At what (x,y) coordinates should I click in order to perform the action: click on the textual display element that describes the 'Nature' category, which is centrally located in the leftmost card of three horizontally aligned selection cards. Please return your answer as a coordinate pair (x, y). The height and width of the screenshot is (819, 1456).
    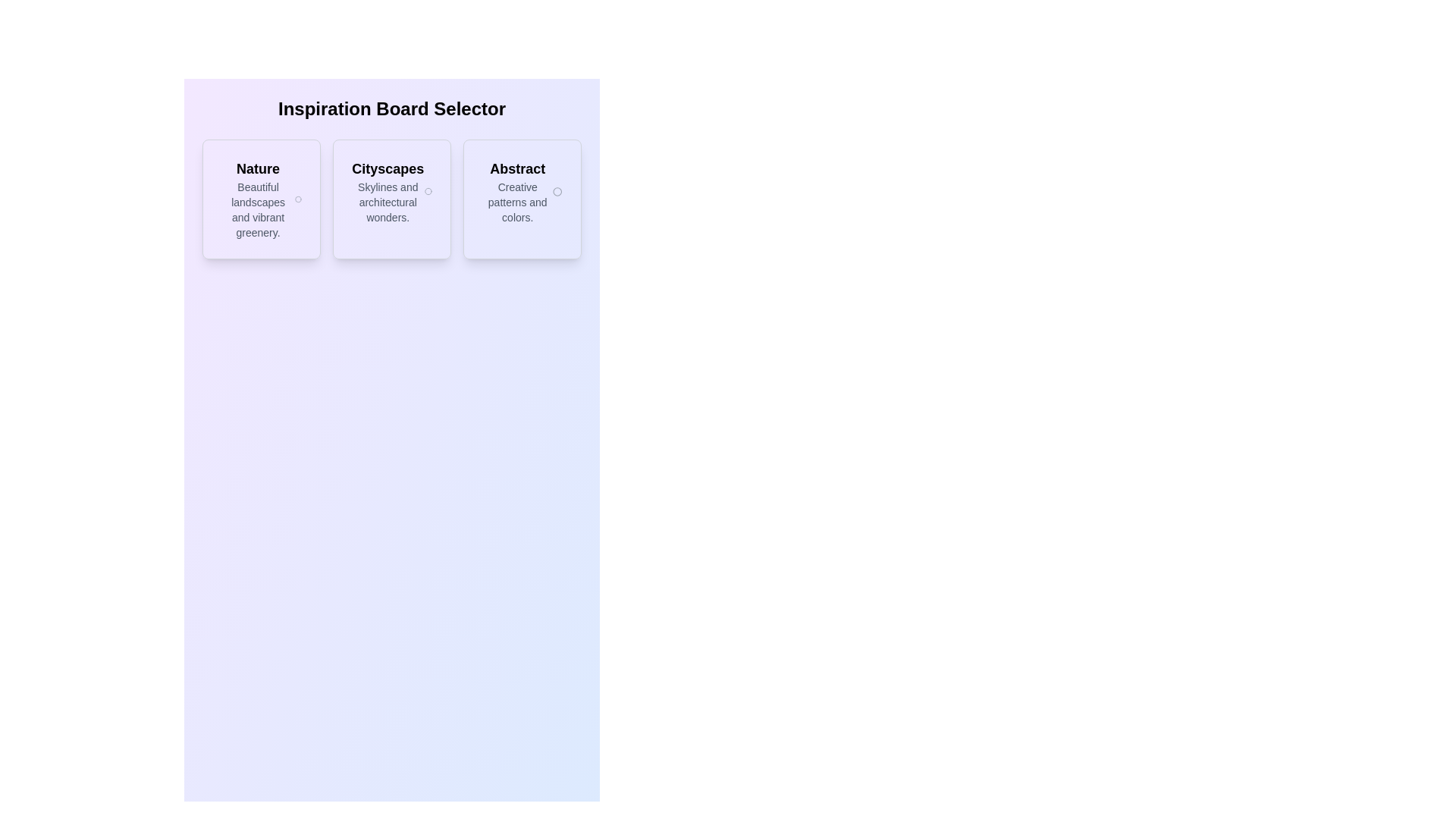
    Looking at the image, I should click on (262, 198).